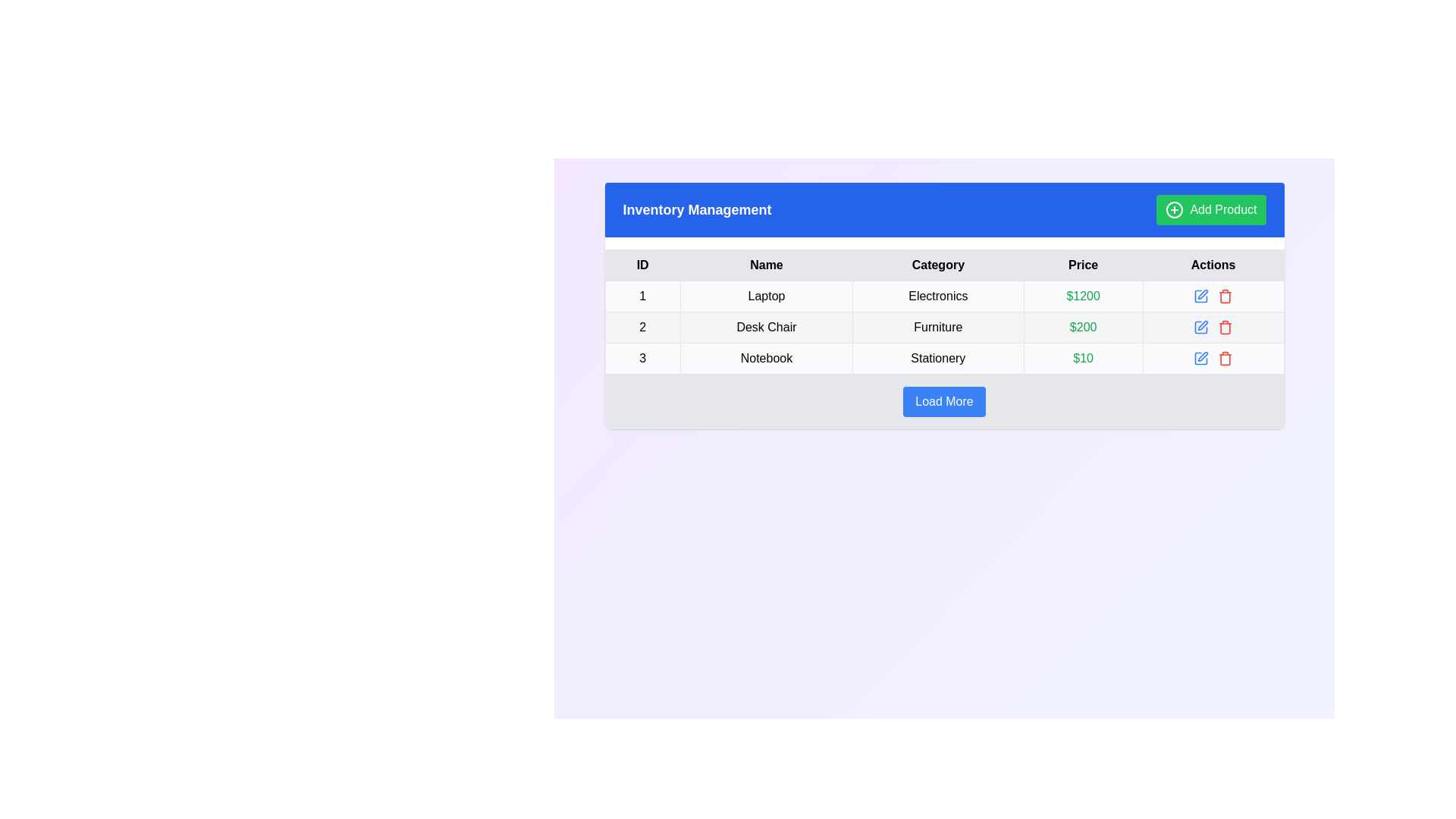 The height and width of the screenshot is (819, 1456). What do you see at coordinates (1200, 327) in the screenshot?
I see `the edit icon in the 'Actions' column of the second row corresponding to 'Furniture'` at bounding box center [1200, 327].